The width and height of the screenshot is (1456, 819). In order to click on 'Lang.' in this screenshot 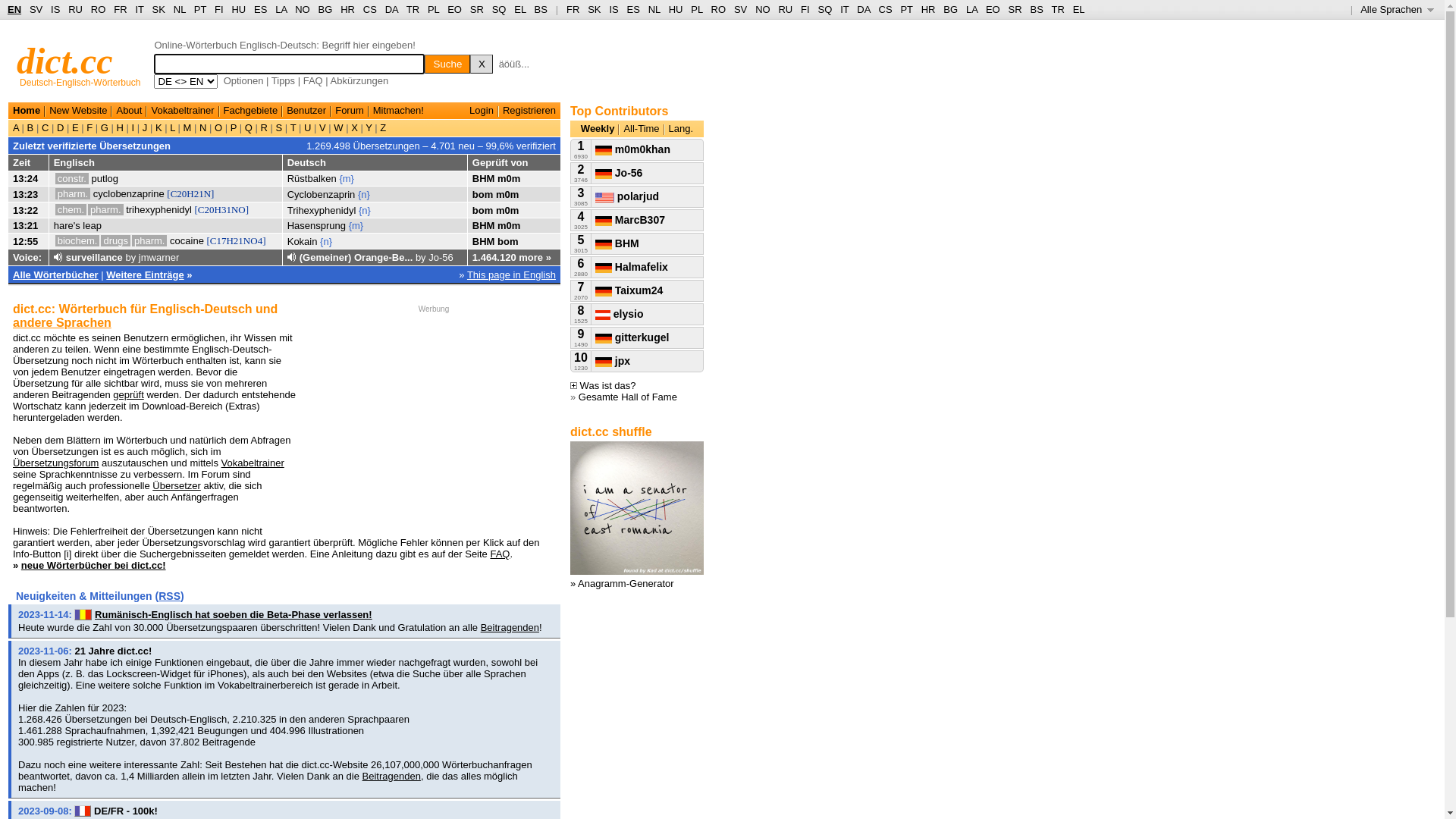, I will do `click(680, 127)`.